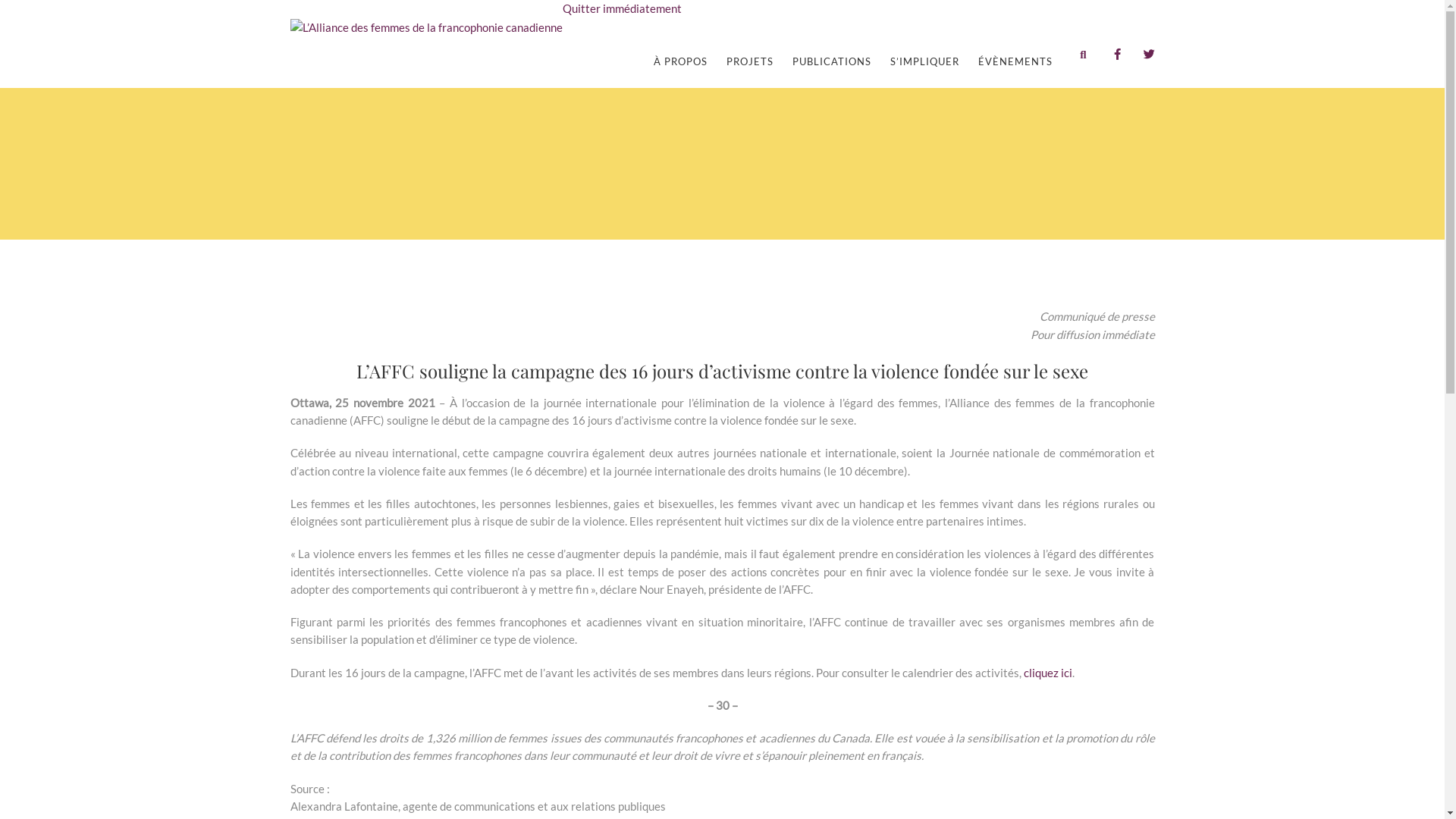  What do you see at coordinates (830, 61) in the screenshot?
I see `'PUBLICATIONS'` at bounding box center [830, 61].